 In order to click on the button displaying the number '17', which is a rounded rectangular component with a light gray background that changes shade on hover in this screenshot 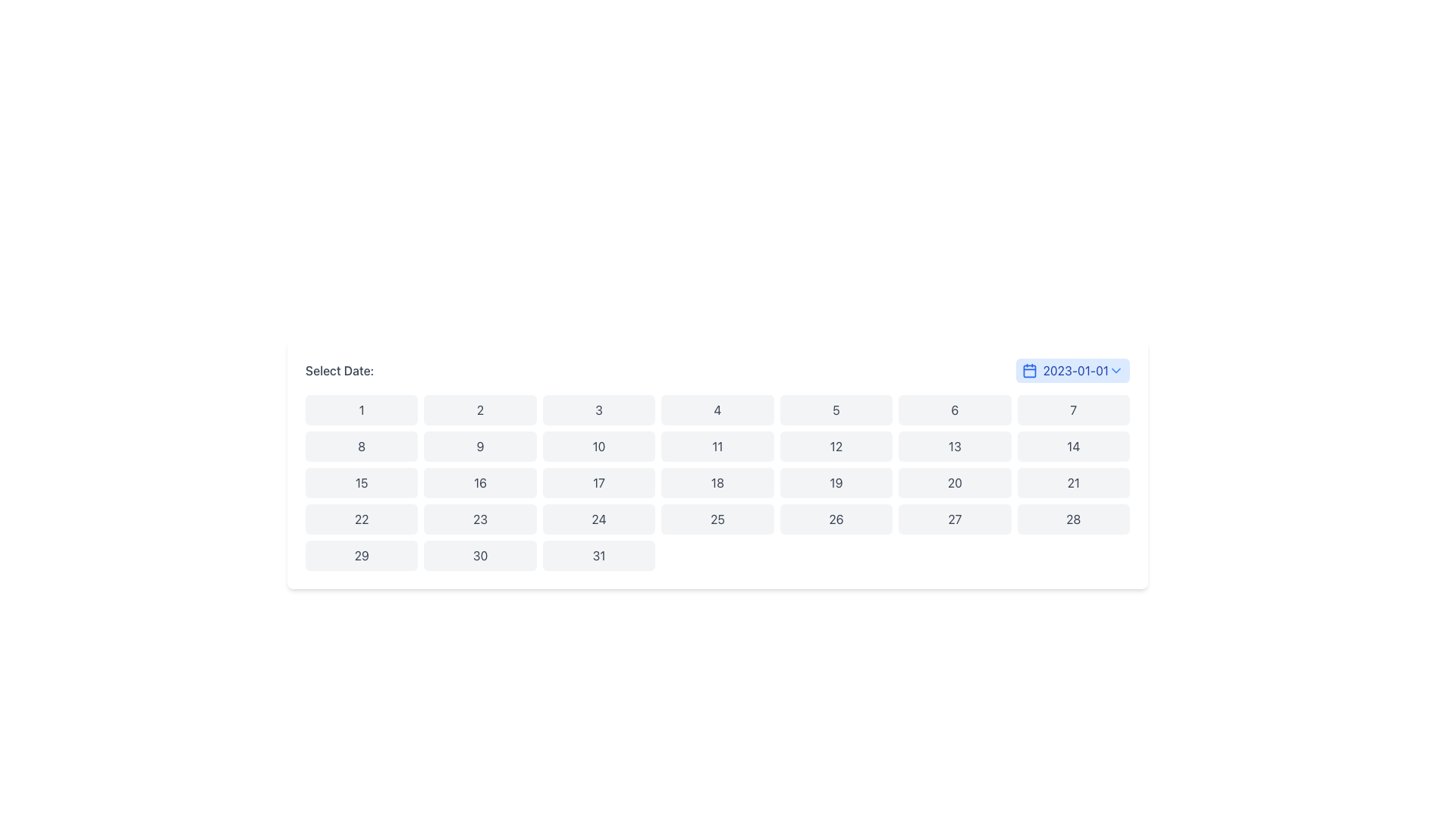, I will do `click(598, 482)`.